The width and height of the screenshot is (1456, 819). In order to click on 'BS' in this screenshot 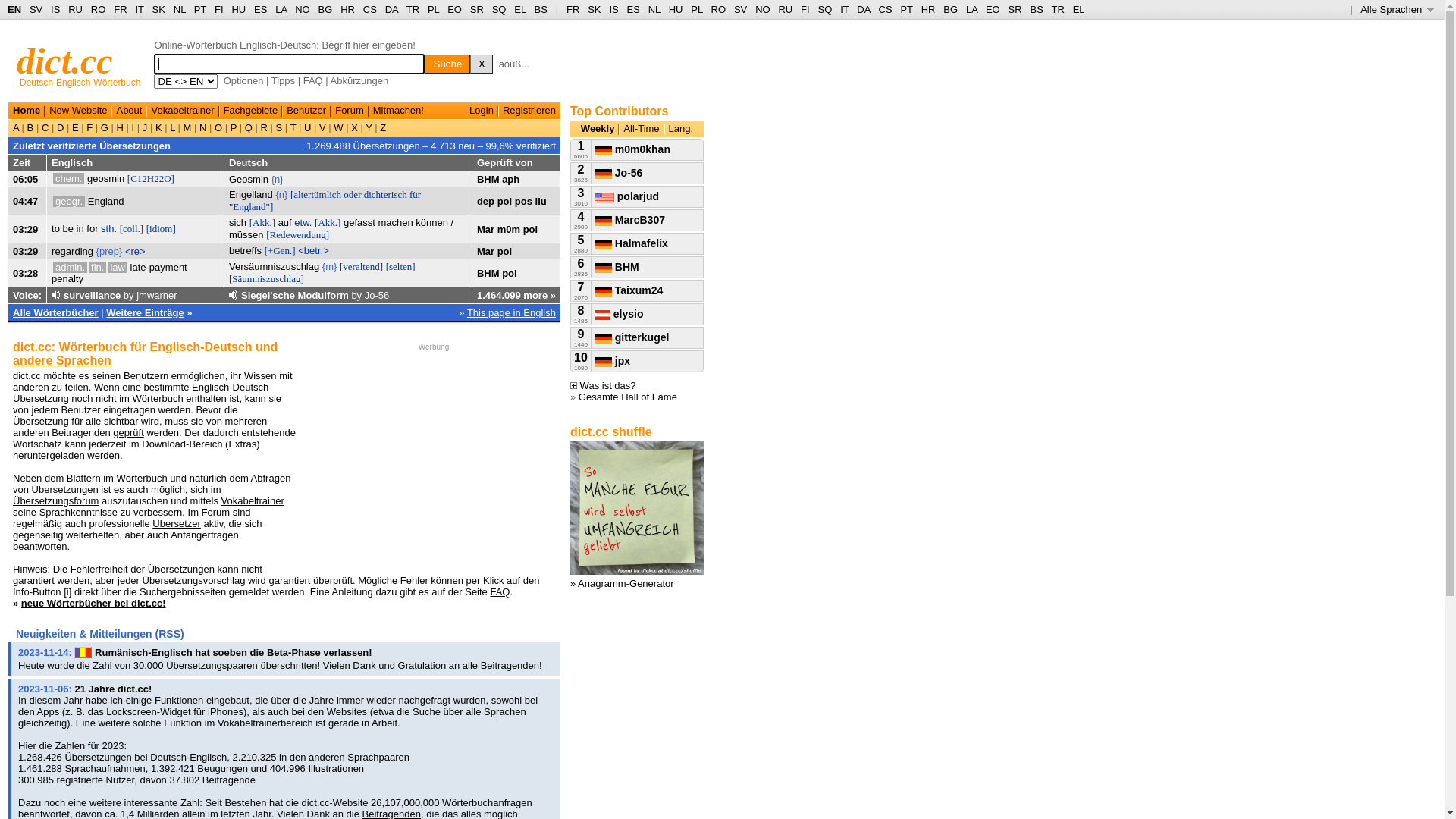, I will do `click(1035, 9)`.